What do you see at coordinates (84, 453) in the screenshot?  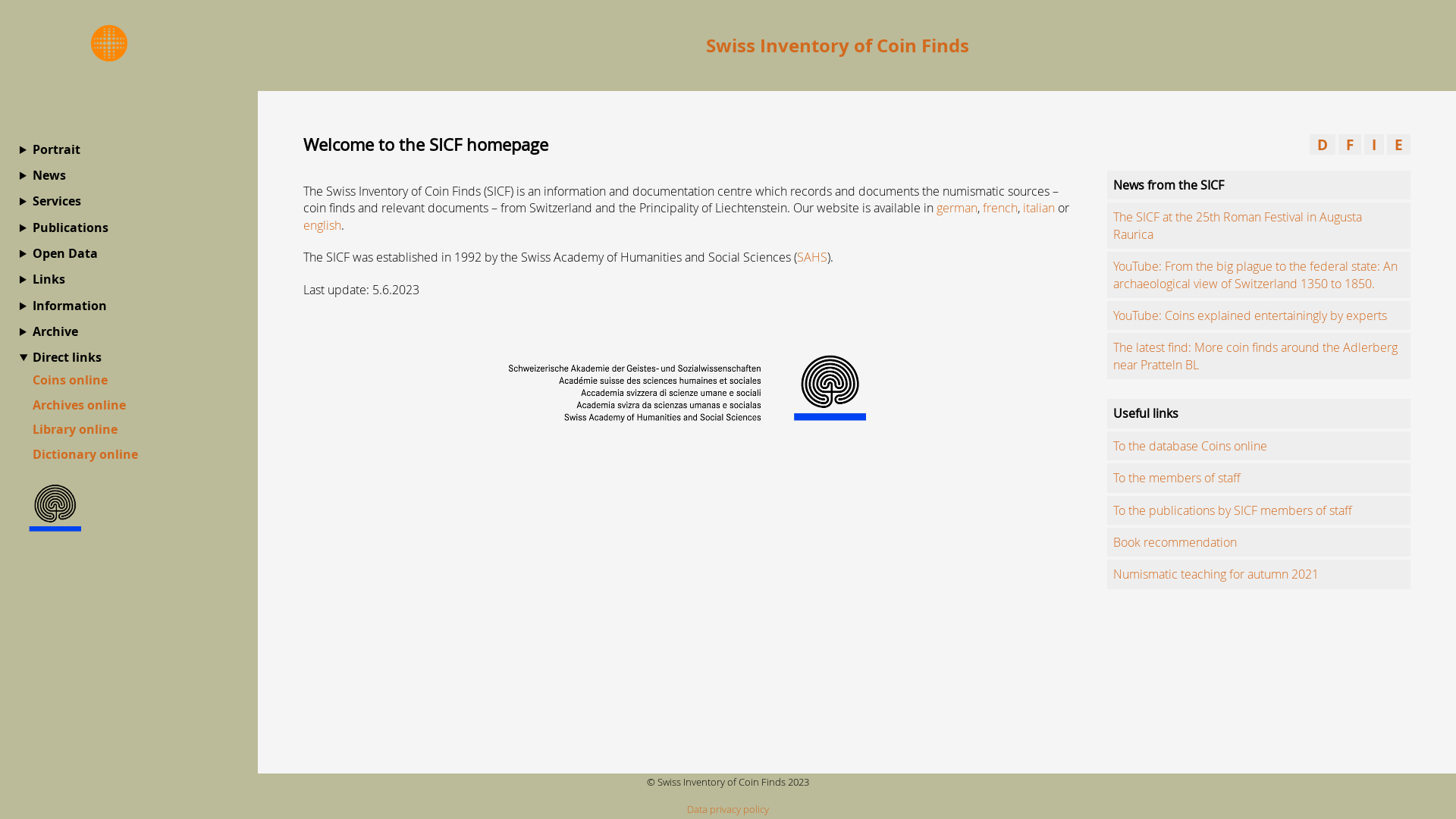 I see `'Dictionary online'` at bounding box center [84, 453].